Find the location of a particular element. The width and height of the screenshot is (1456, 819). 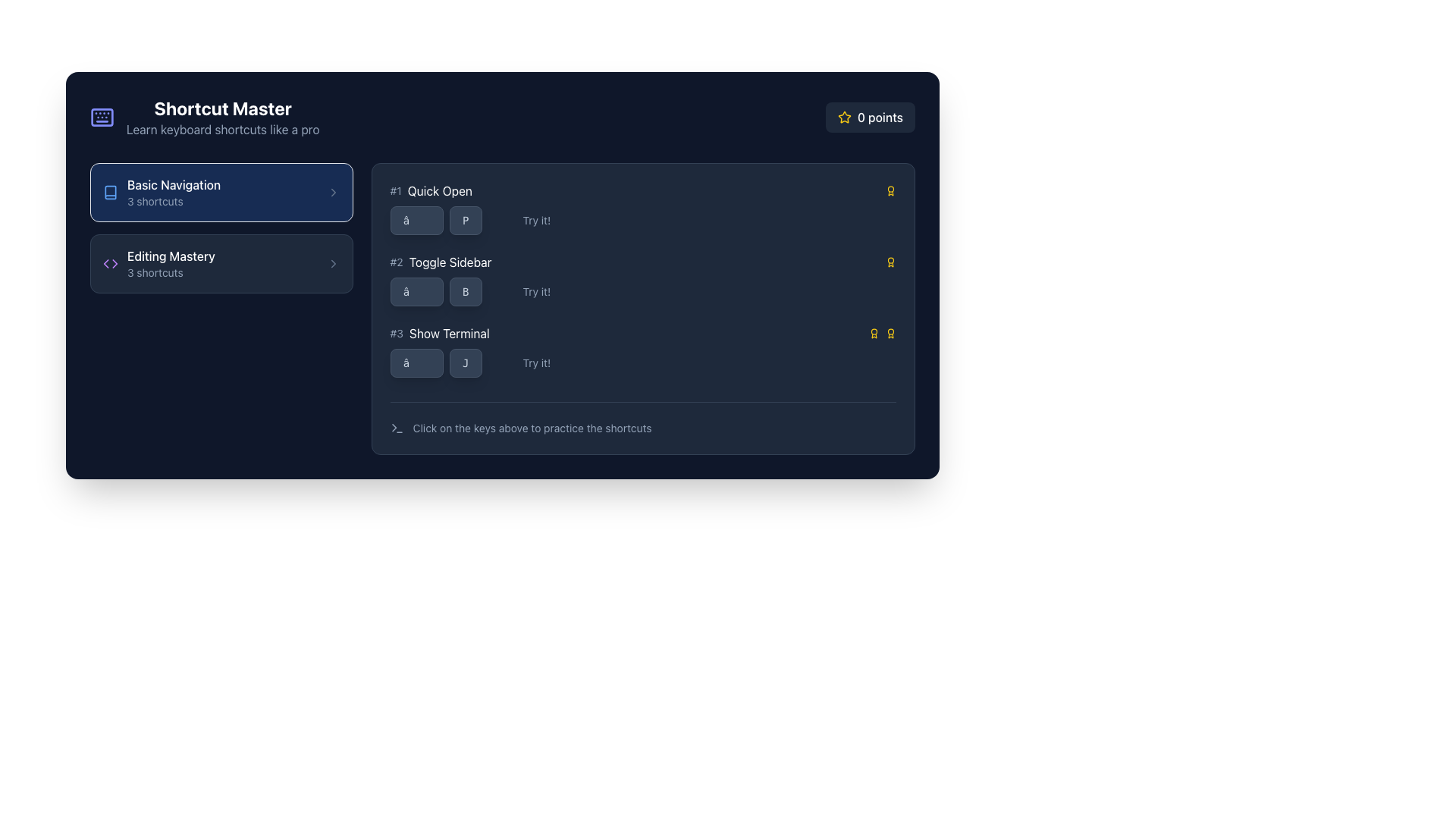

the first entry is located at coordinates (643, 190).